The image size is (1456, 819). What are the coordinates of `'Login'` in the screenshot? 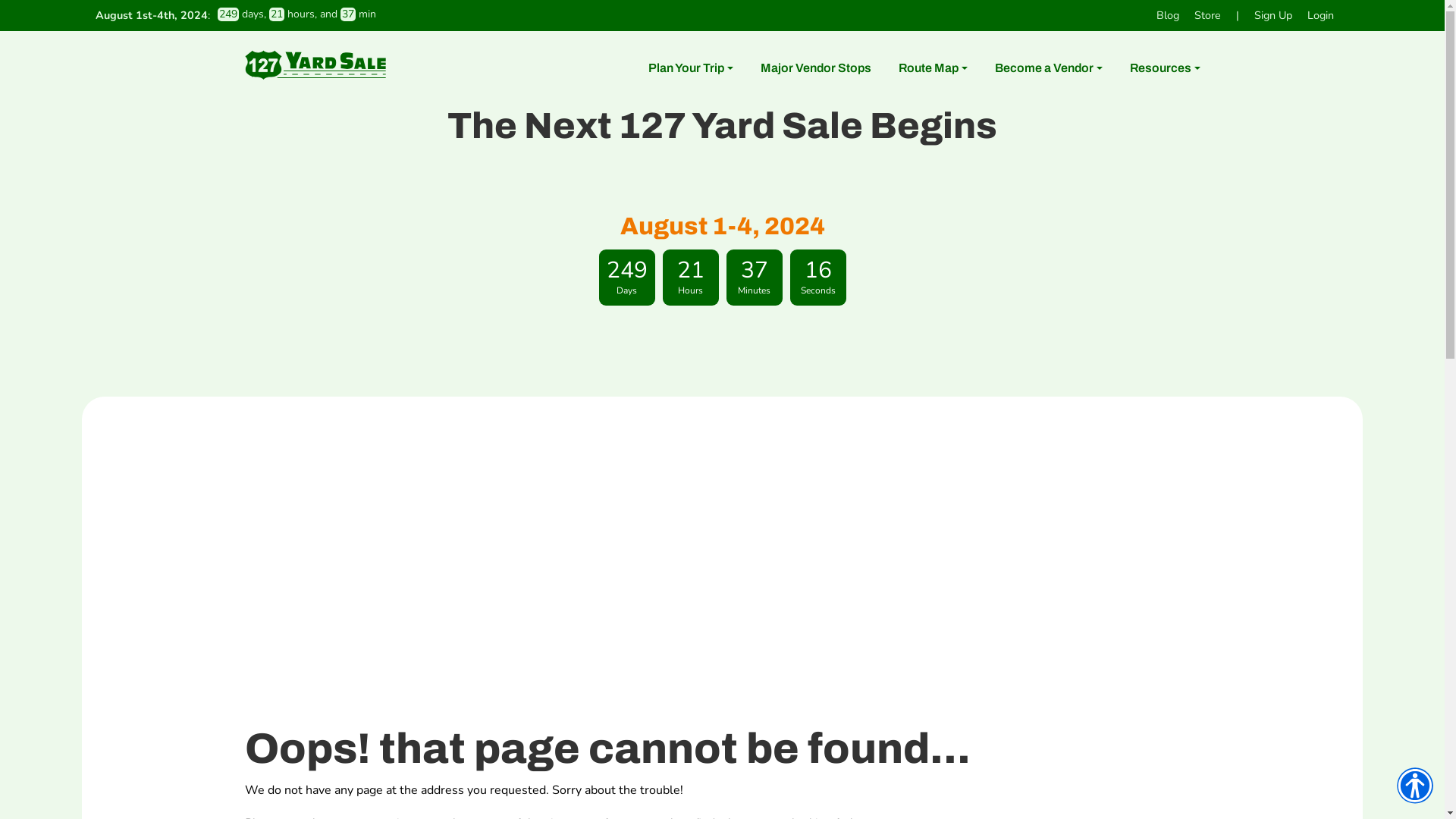 It's located at (1319, 15).